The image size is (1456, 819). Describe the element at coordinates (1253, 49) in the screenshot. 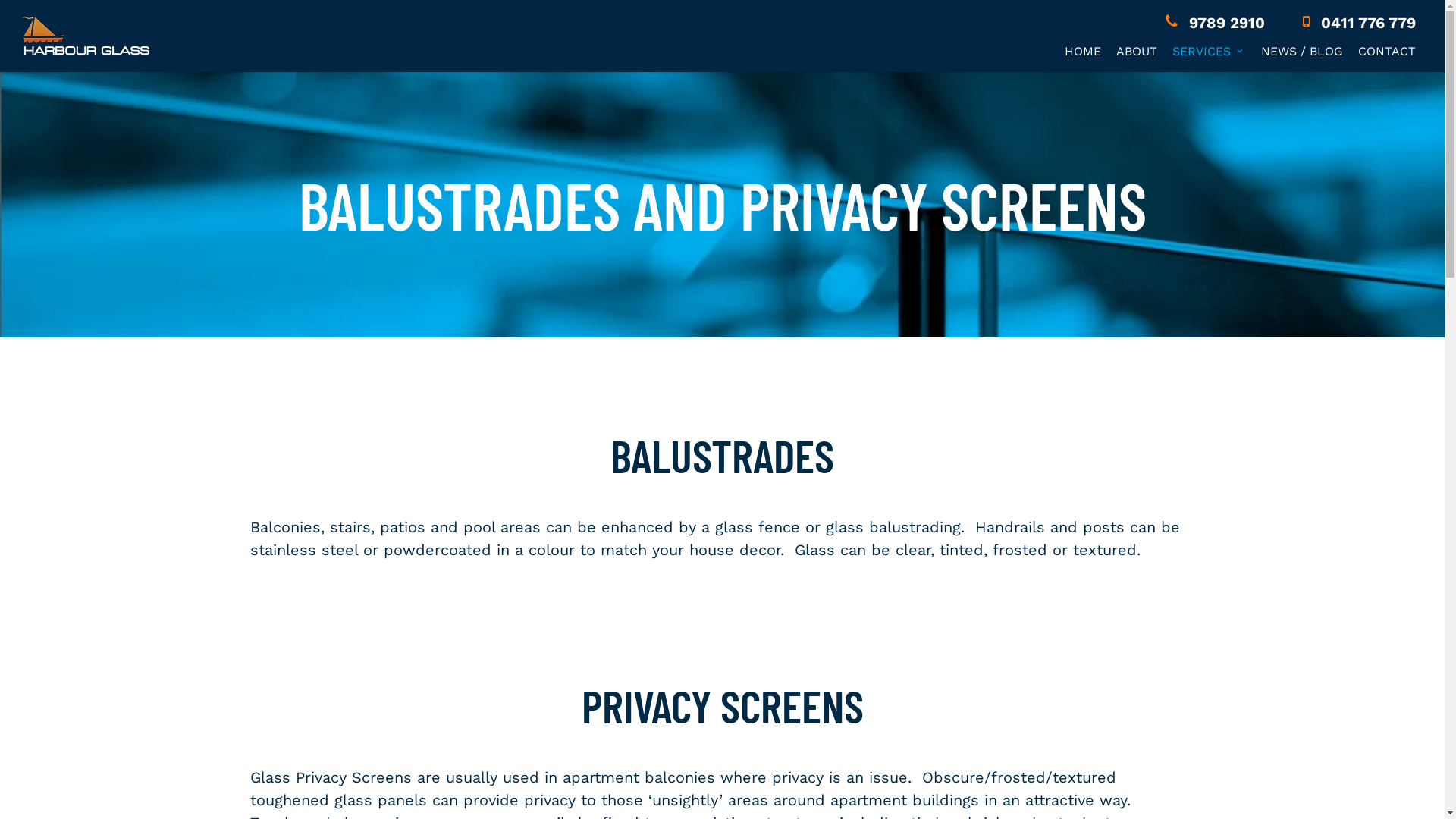

I see `'NEWS / BLOG'` at that location.